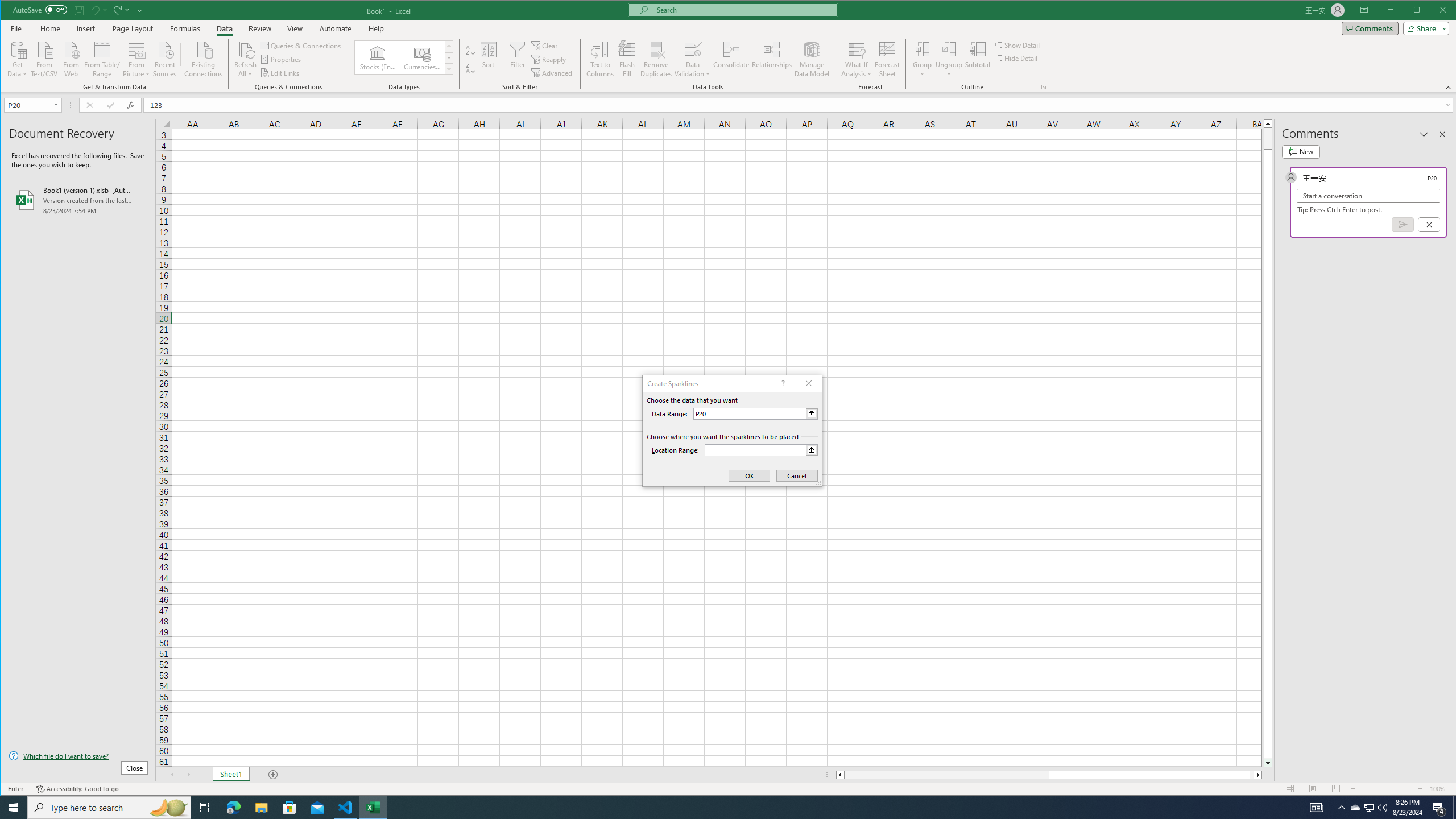 This screenshot has height=819, width=1456. I want to click on 'Advanced...', so click(552, 72).